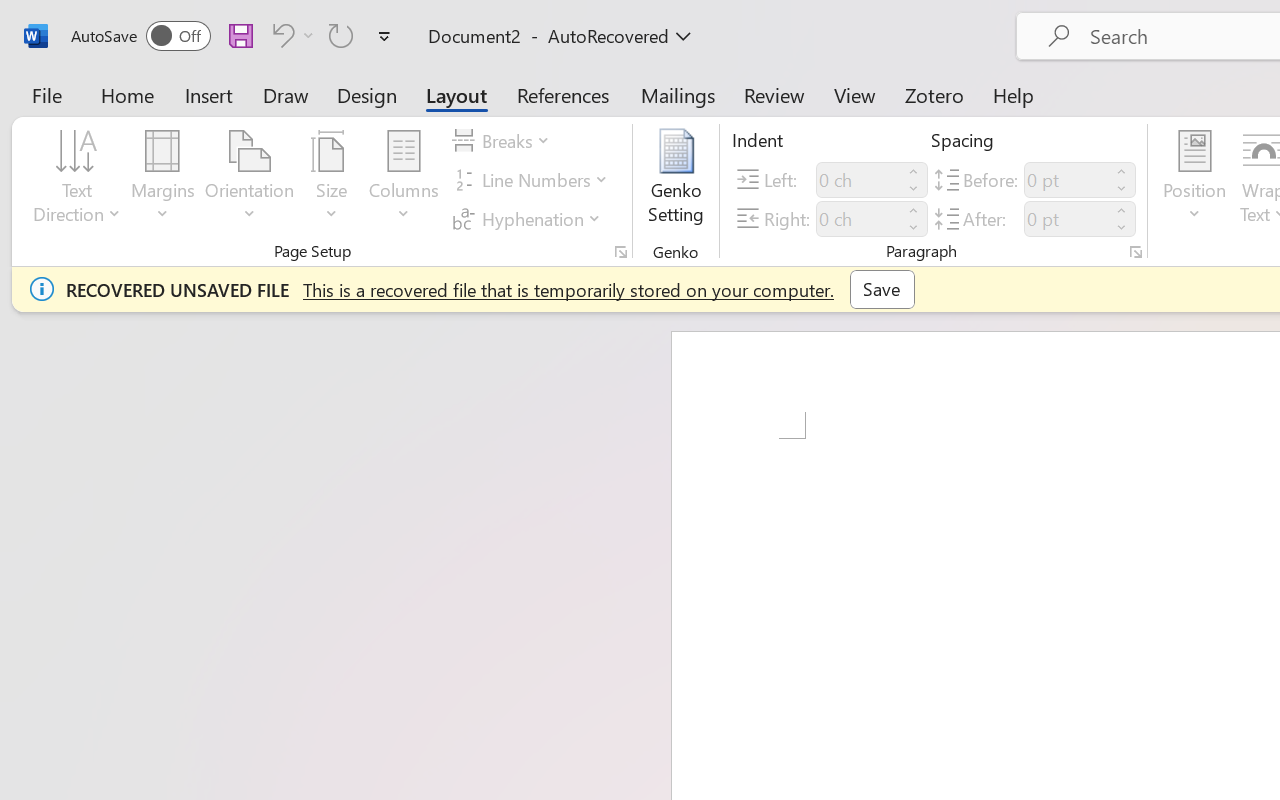  I want to click on 'Position', so click(1194, 179).